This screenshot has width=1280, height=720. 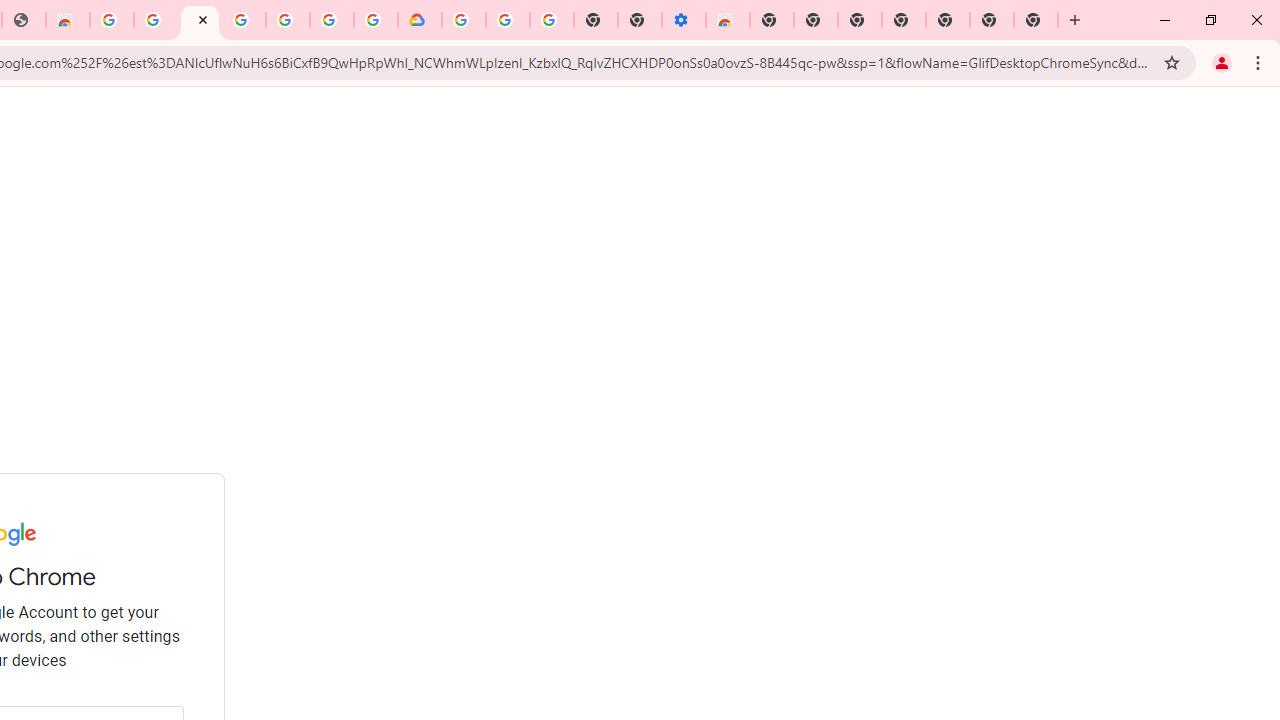 What do you see at coordinates (508, 20) in the screenshot?
I see `'Google Account Help'` at bounding box center [508, 20].